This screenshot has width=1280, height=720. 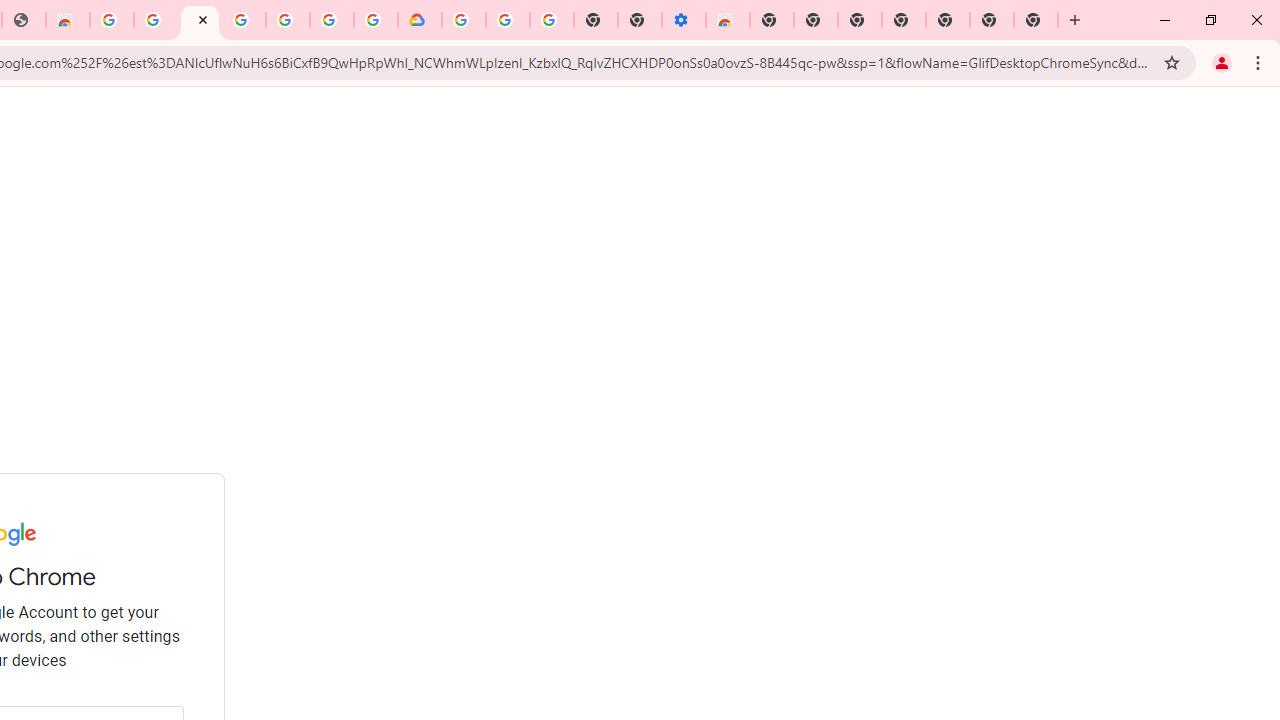 What do you see at coordinates (508, 20) in the screenshot?
I see `'Google Account Help'` at bounding box center [508, 20].